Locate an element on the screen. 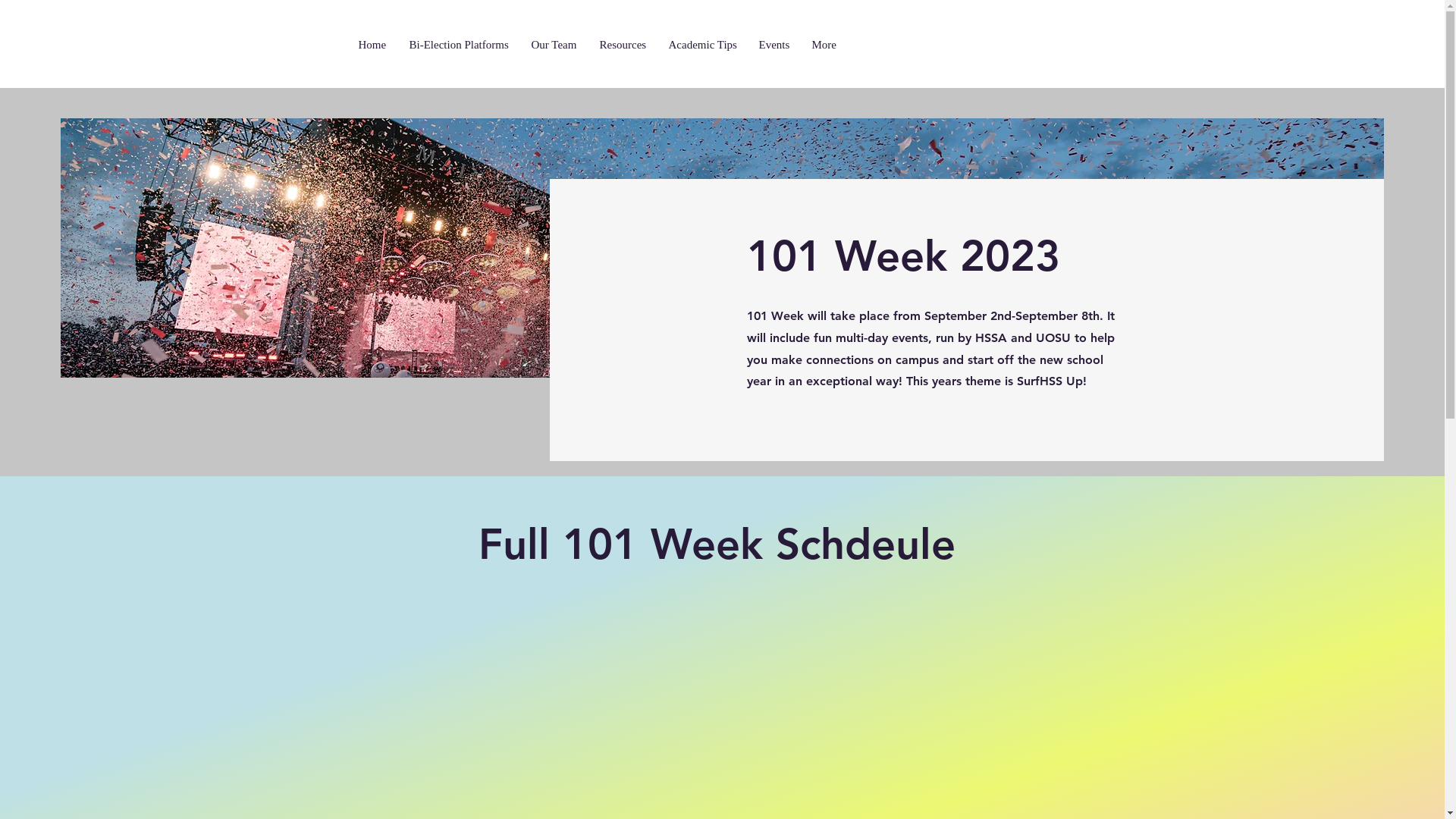 The height and width of the screenshot is (819, 1456). 'Resources' is located at coordinates (626, 44).